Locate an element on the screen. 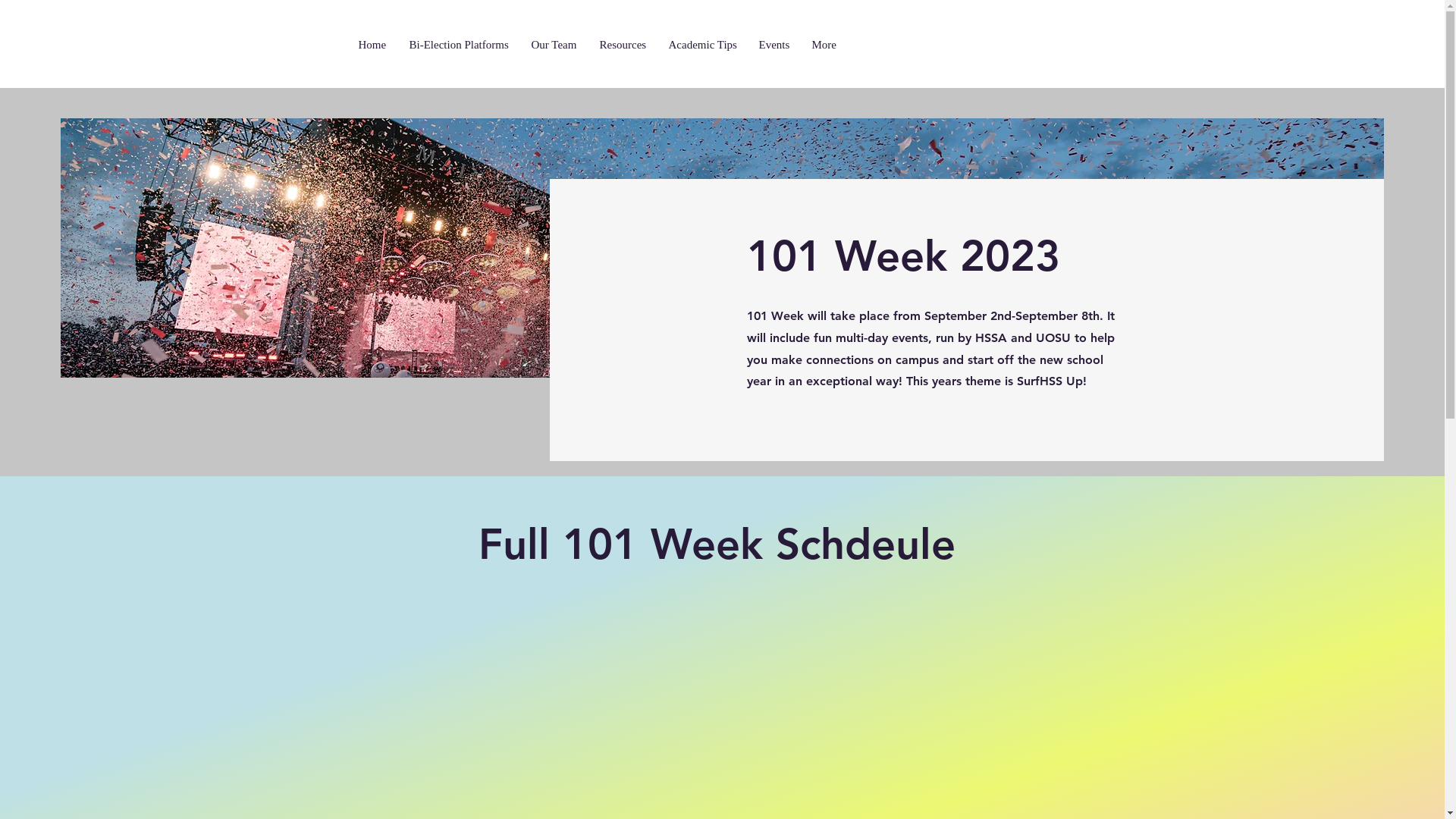 The height and width of the screenshot is (819, 1456). 'Resources' is located at coordinates (626, 44).